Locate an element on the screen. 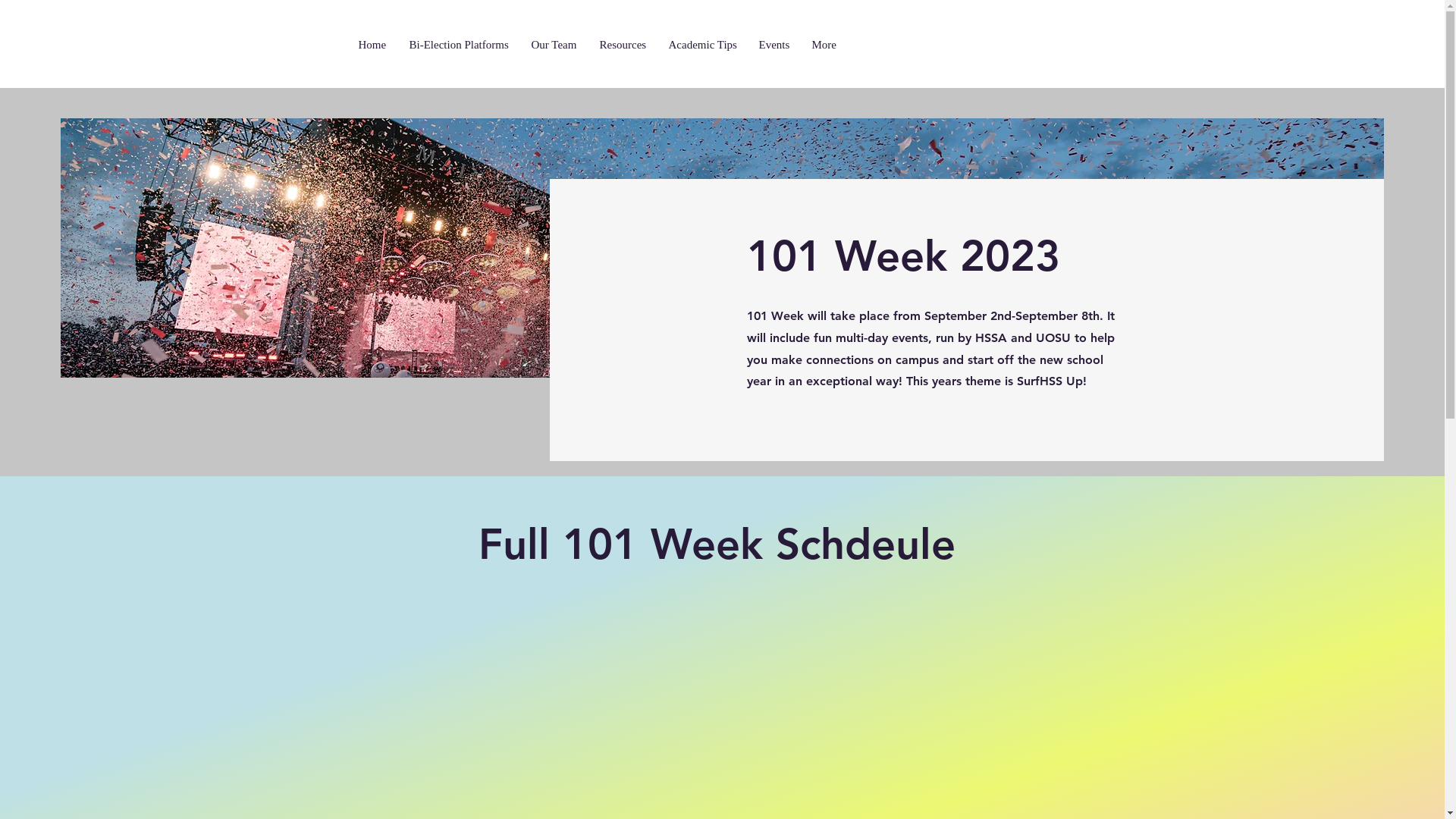 The height and width of the screenshot is (819, 1456). 'Resources' is located at coordinates (626, 44).